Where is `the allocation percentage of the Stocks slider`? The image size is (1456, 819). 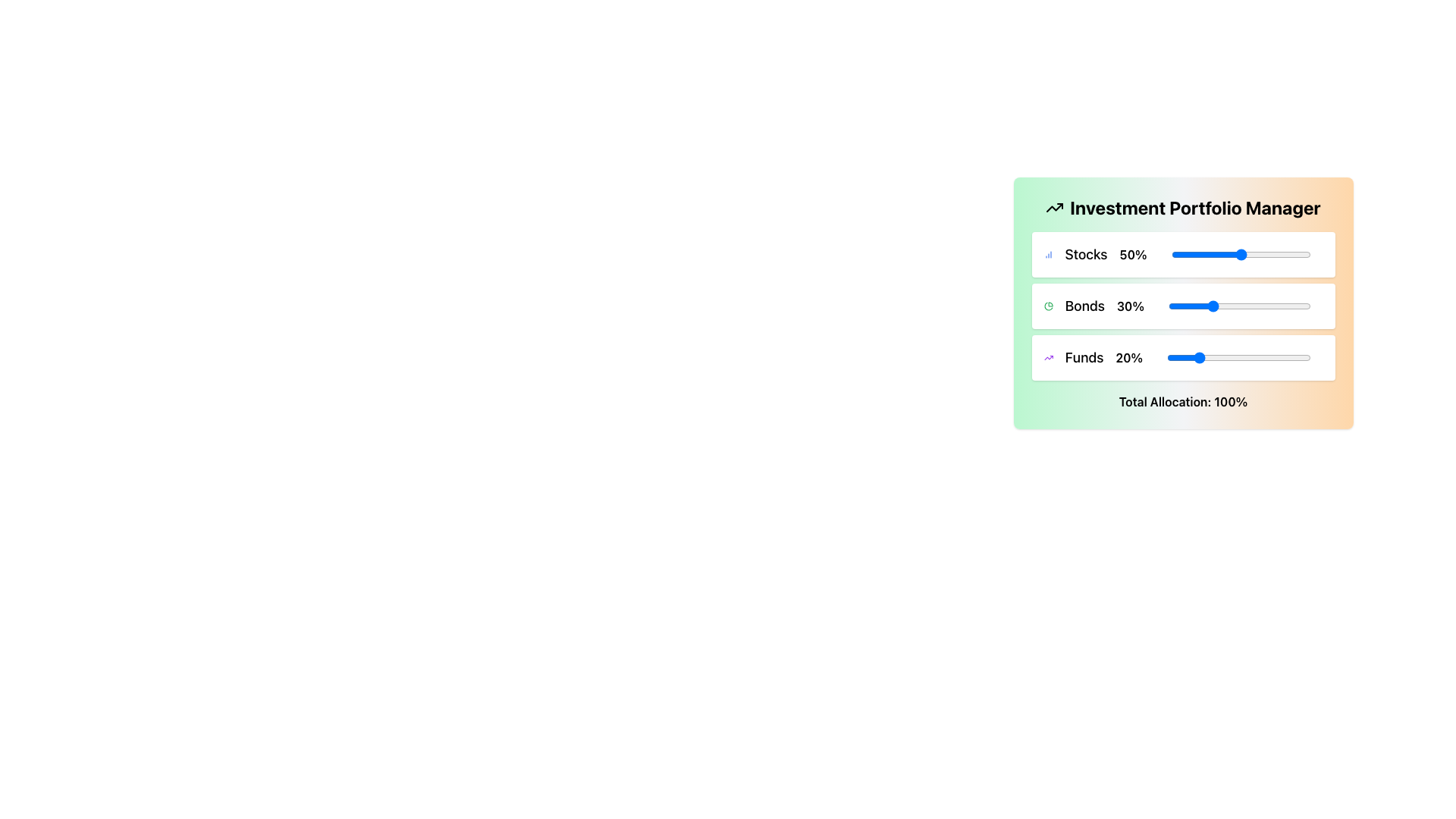 the allocation percentage of the Stocks slider is located at coordinates (1185, 253).